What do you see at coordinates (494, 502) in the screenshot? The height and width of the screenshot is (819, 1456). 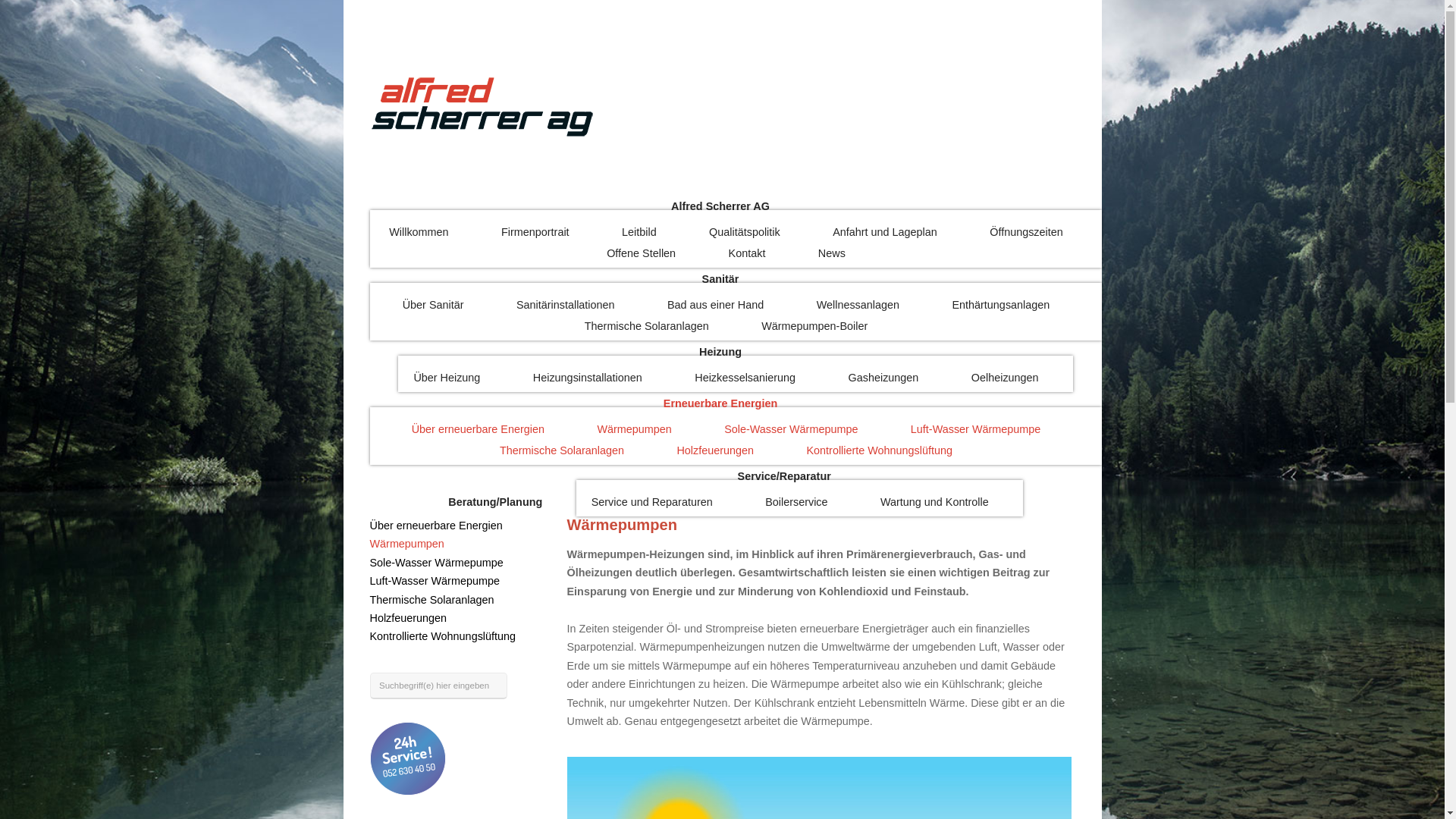 I see `'Beratung/Planung'` at bounding box center [494, 502].